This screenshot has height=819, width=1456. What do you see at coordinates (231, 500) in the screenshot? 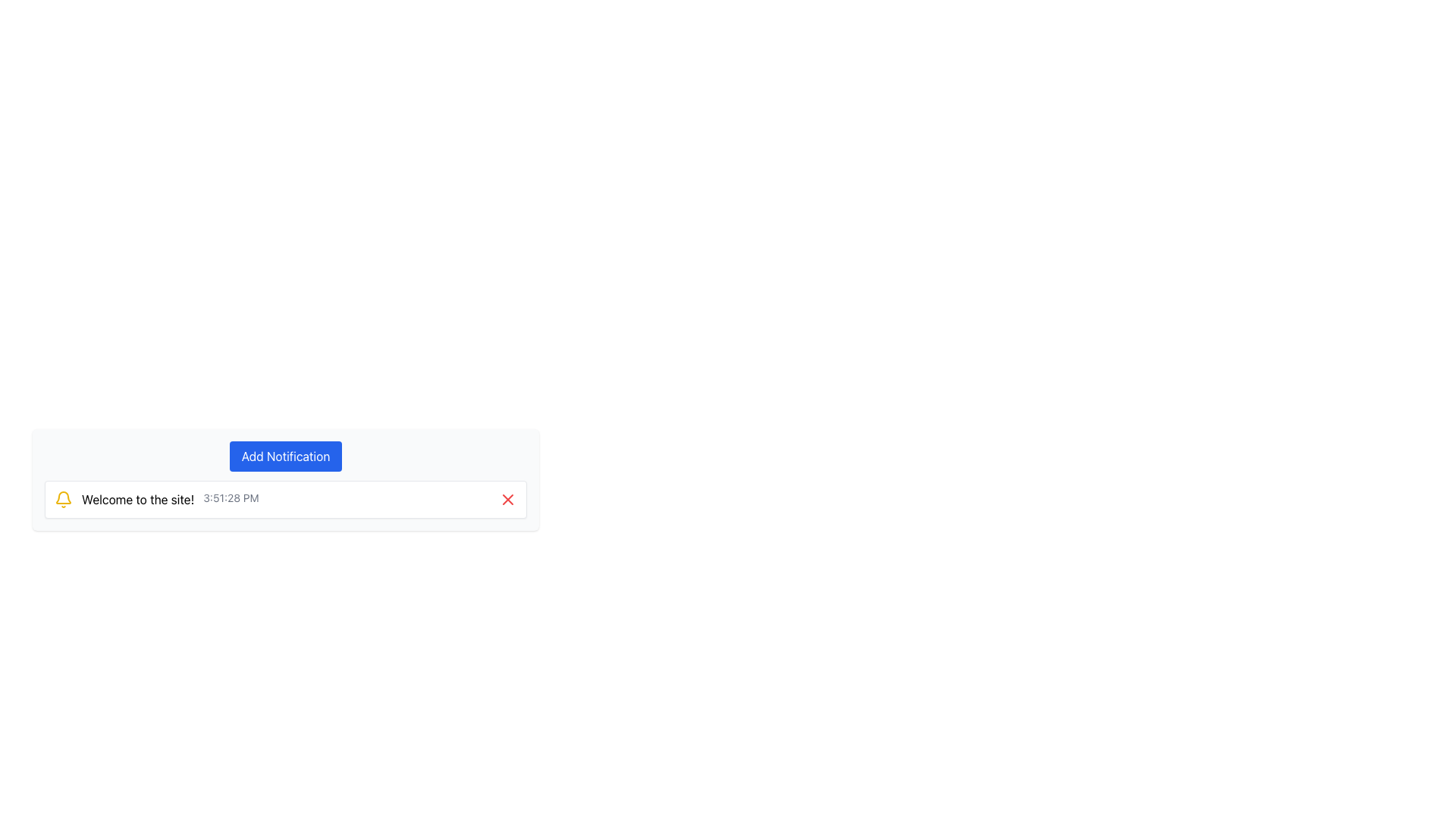
I see `the timestamp displaying '3:51:28 PM' in gray, located to the right of the message 'Welcome to the site!' in the notification bar` at bounding box center [231, 500].